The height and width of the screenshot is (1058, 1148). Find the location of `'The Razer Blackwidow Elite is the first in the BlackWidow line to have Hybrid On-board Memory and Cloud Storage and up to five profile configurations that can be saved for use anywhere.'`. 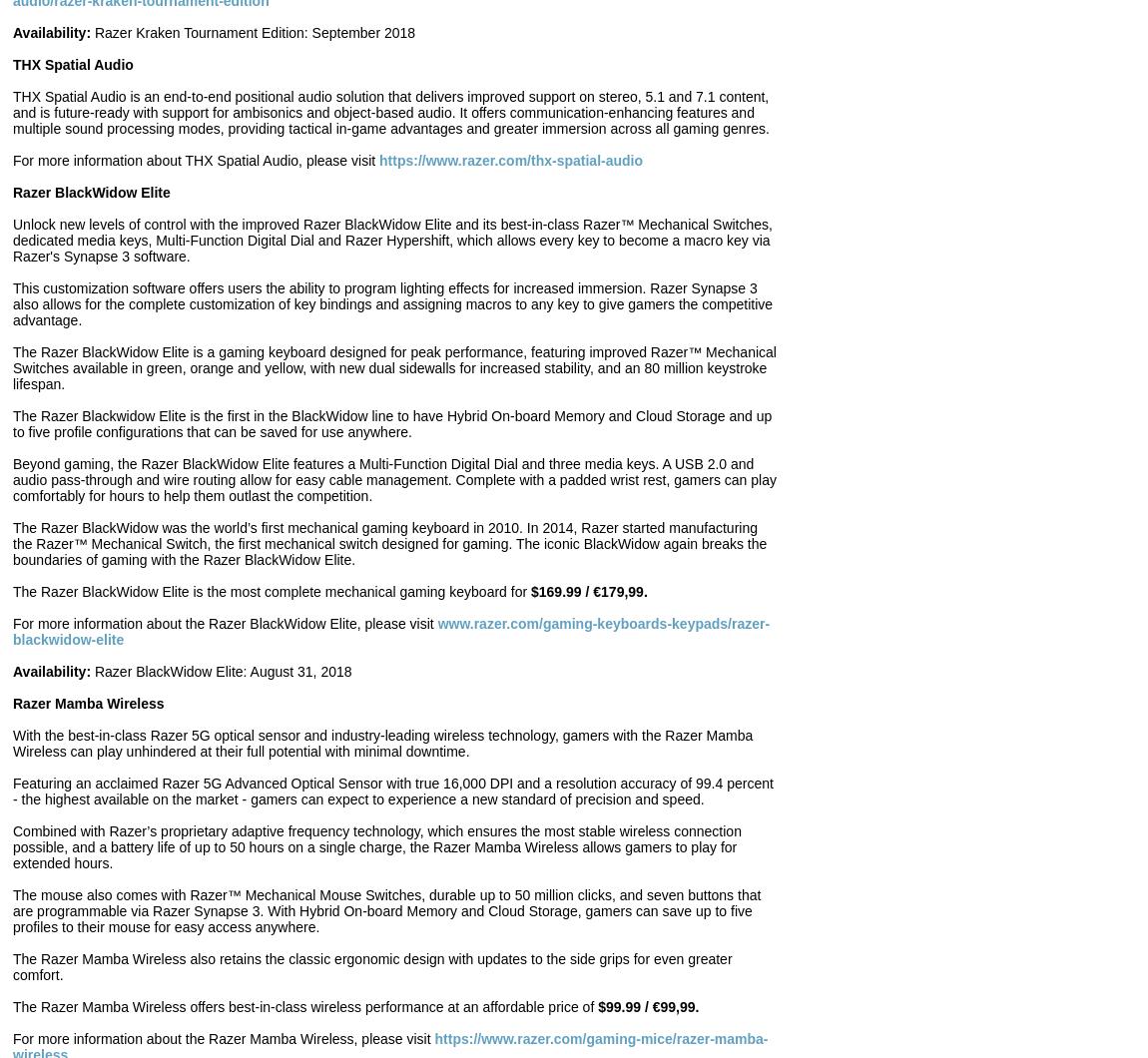

'The Razer Blackwidow Elite is the first in the BlackWidow line to have Hybrid On-board Memory and Cloud Storage and up to five profile configurations that can be saved for use anywhere.' is located at coordinates (391, 422).